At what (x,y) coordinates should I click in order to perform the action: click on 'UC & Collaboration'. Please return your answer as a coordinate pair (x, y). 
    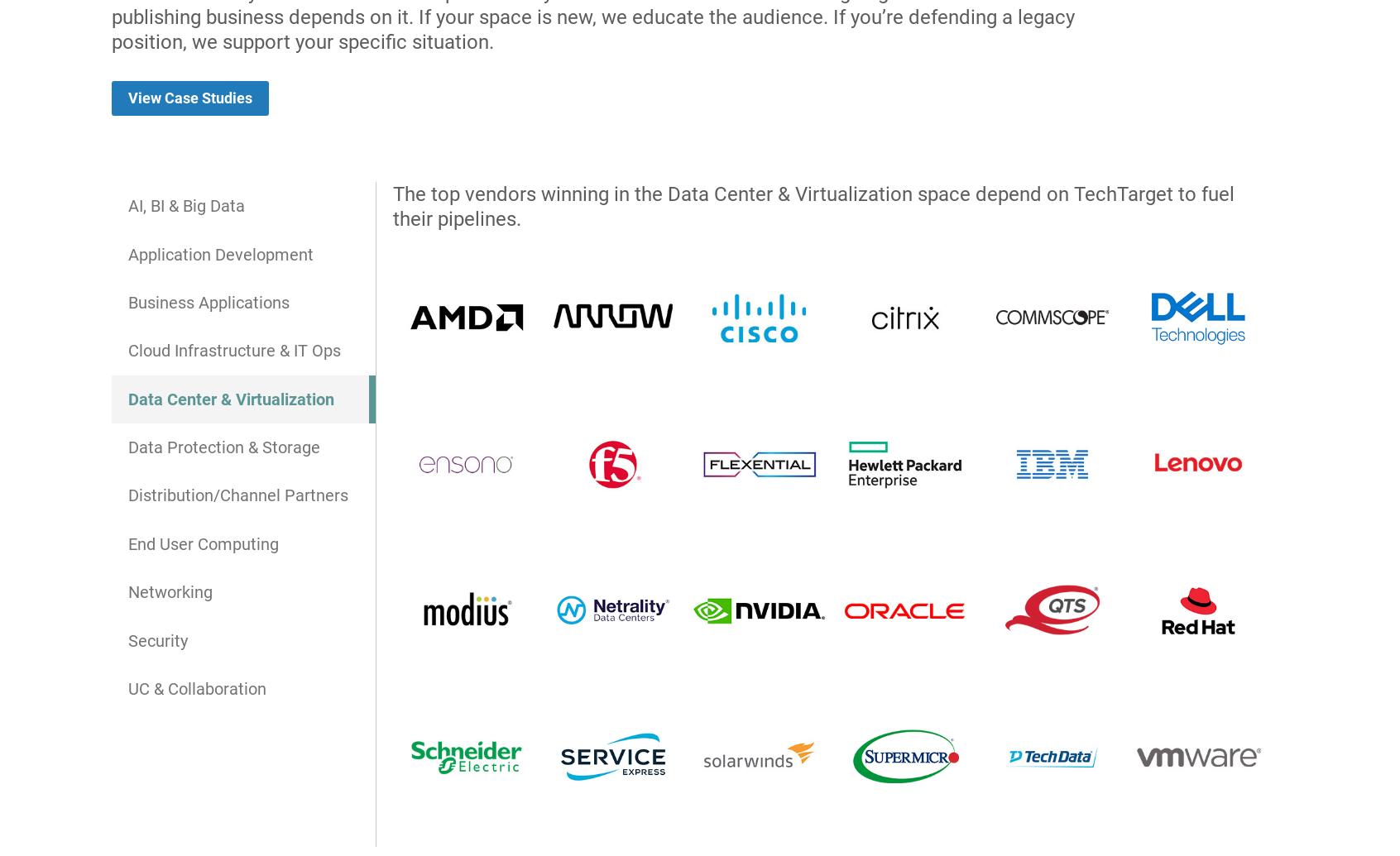
    Looking at the image, I should click on (126, 687).